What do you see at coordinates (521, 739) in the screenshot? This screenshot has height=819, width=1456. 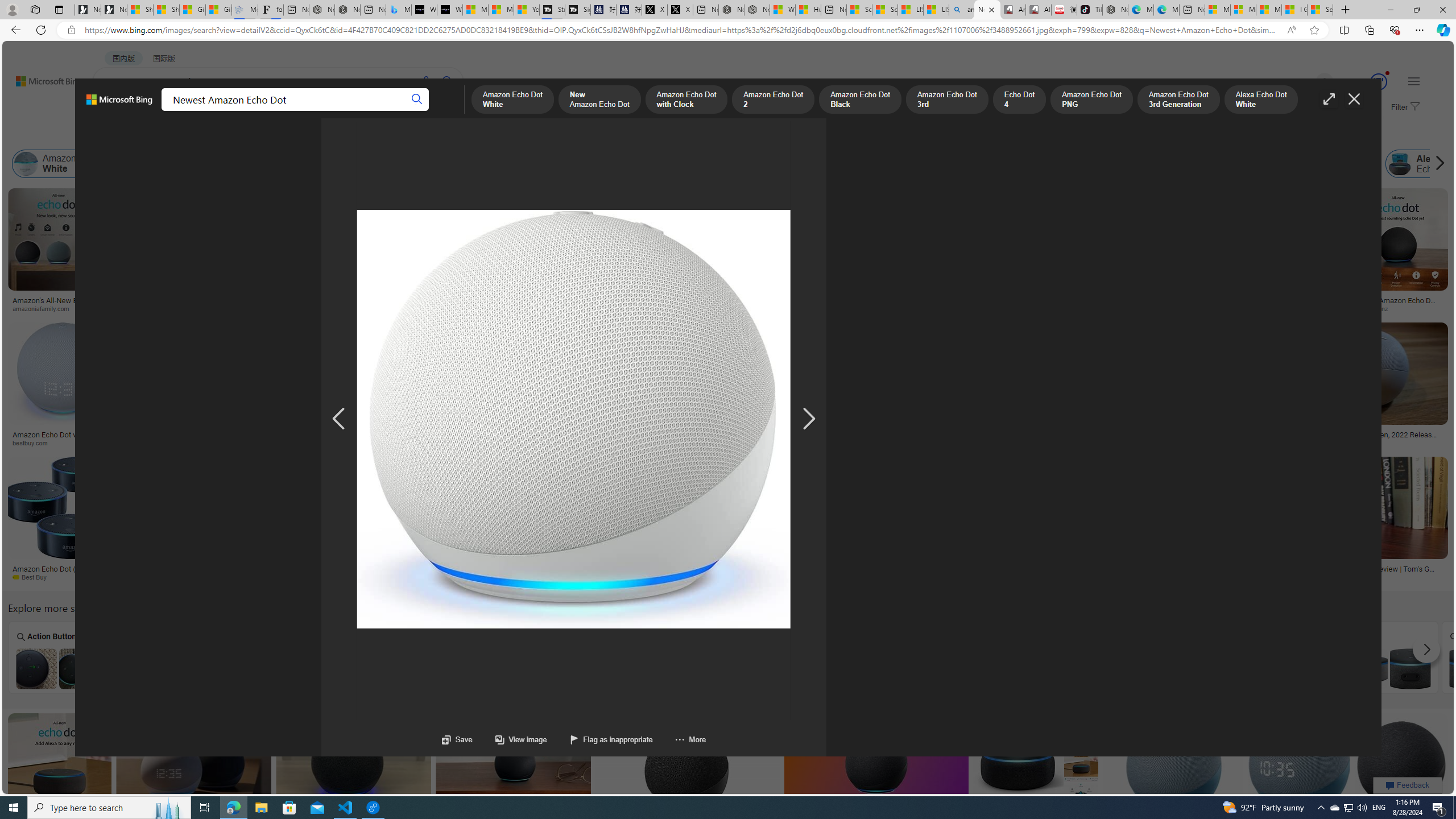 I see `'View image'` at bounding box center [521, 739].